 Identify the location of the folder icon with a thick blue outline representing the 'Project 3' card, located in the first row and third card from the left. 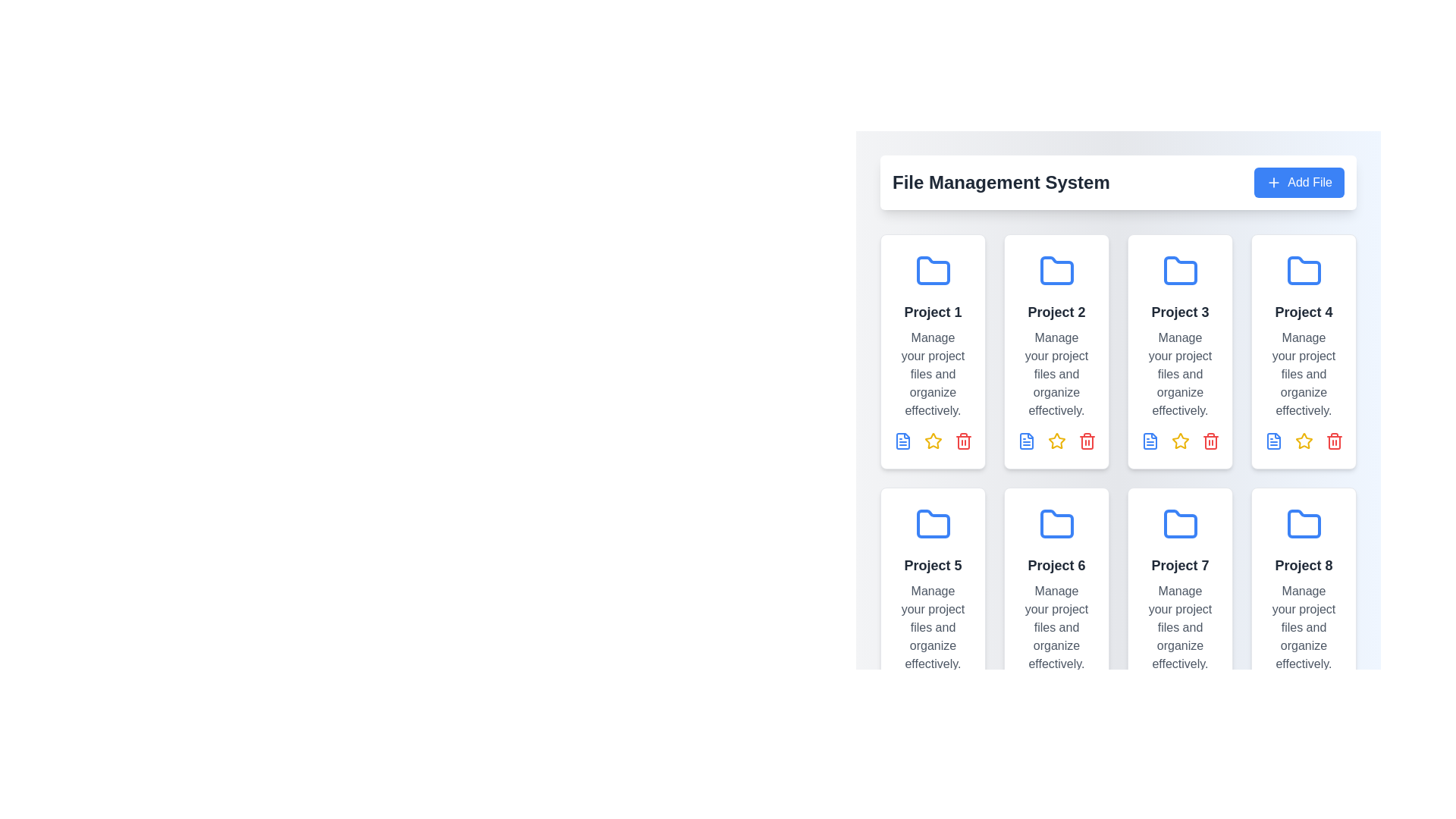
(1179, 270).